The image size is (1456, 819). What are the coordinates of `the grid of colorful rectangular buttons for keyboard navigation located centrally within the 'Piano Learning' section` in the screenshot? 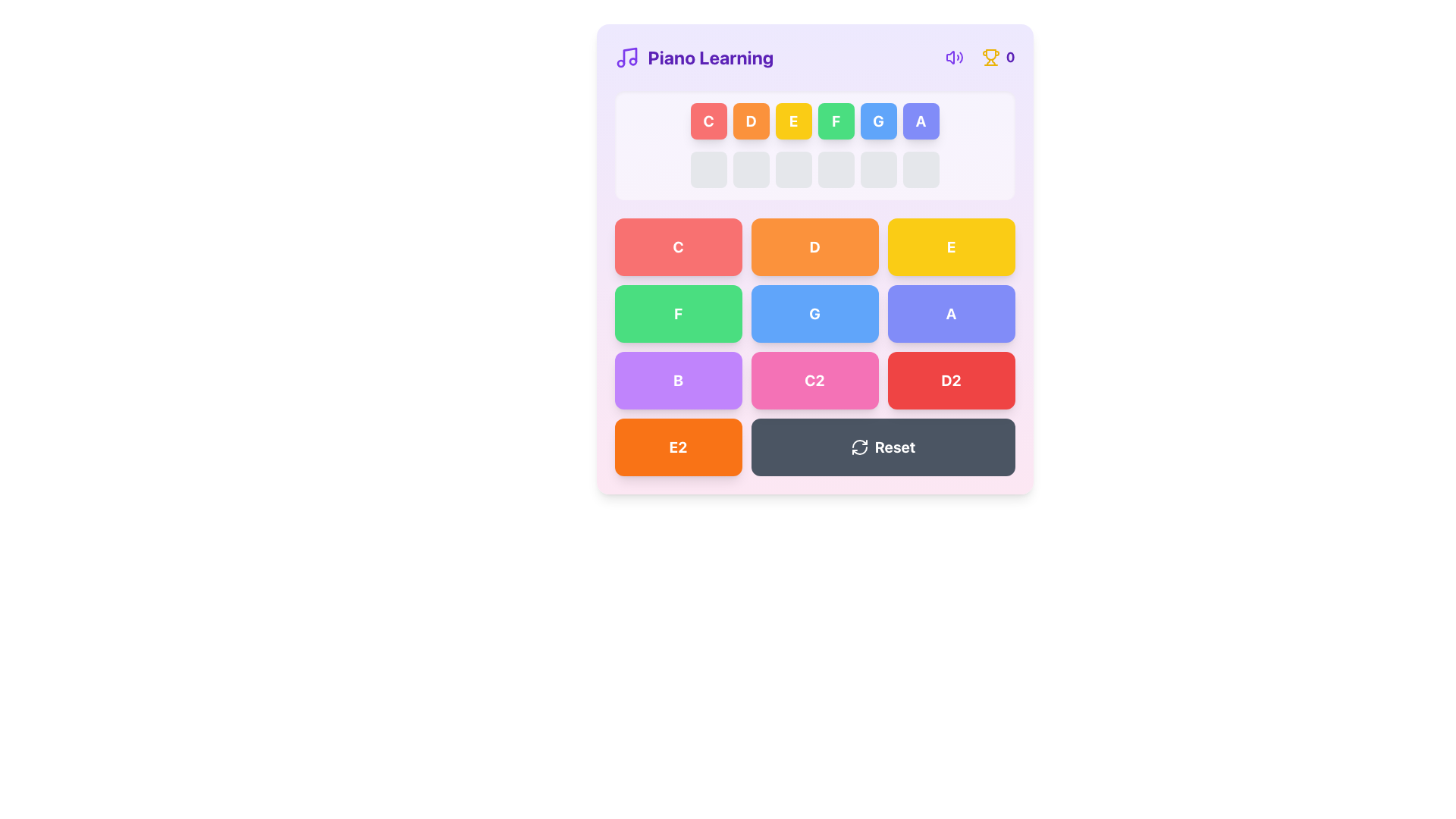 It's located at (814, 347).